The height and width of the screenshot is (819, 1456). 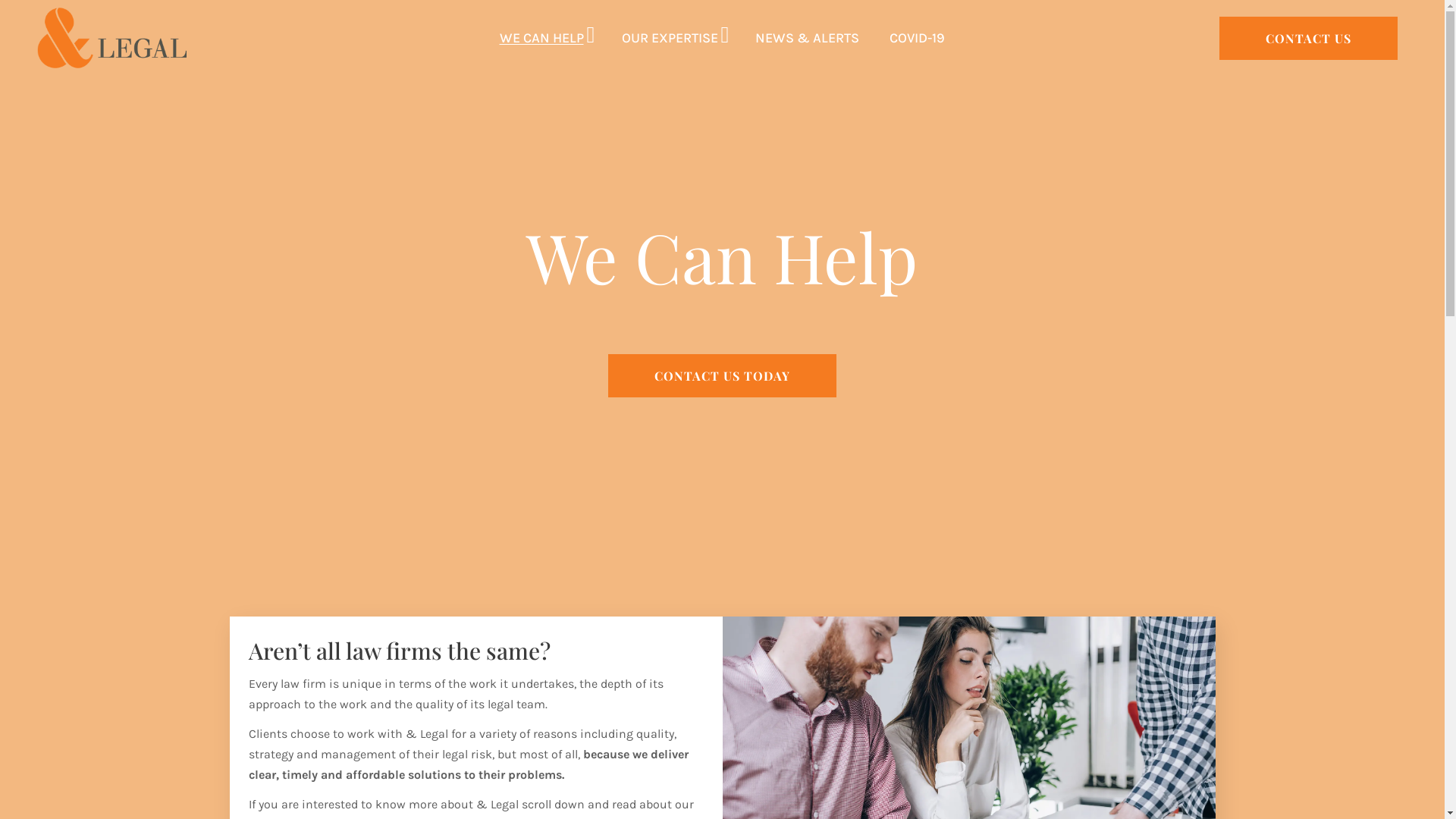 What do you see at coordinates (721, 375) in the screenshot?
I see `'CONTACT US TODAY'` at bounding box center [721, 375].